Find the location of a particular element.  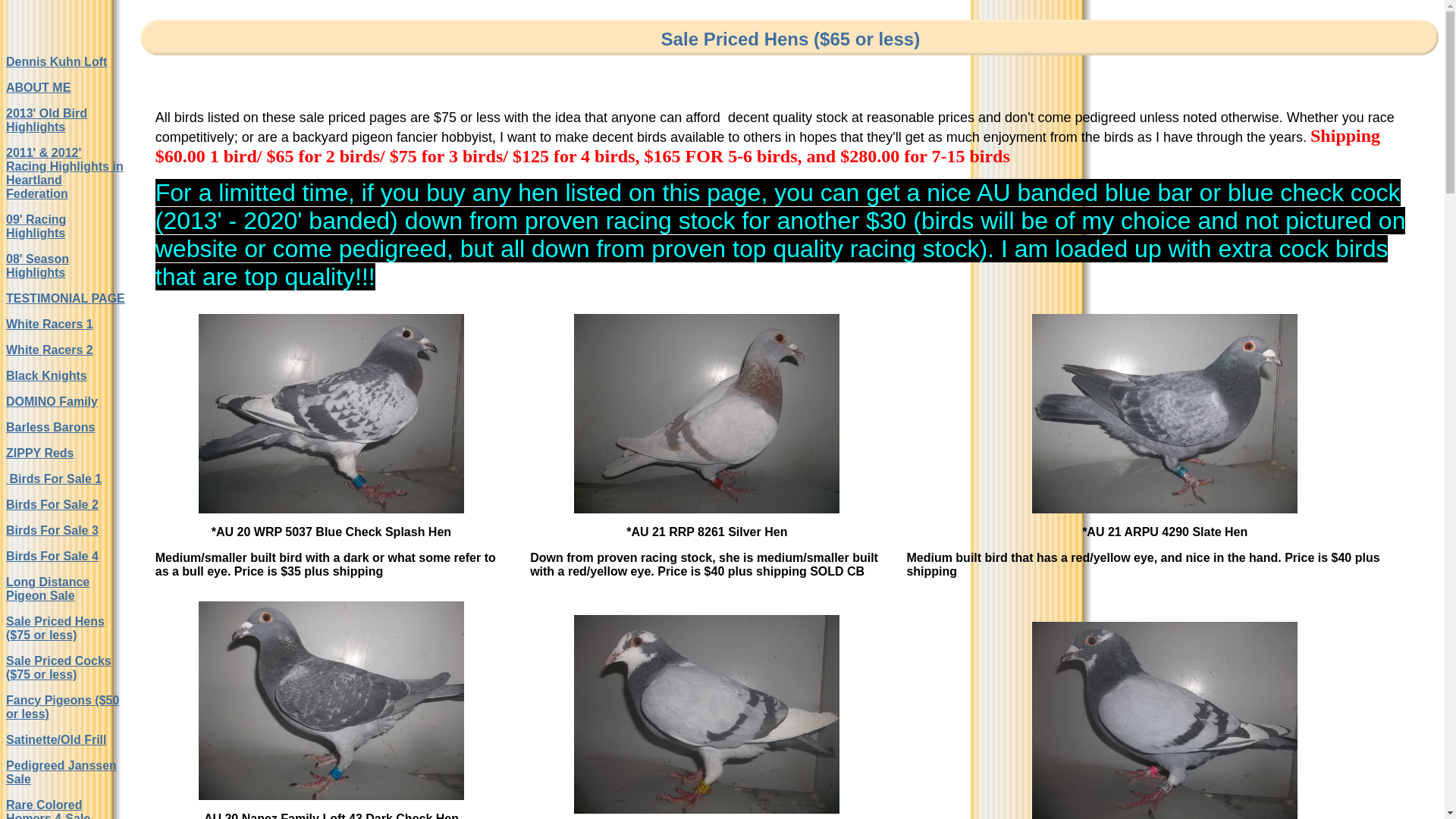

'Long Distance Pigeon Sale' is located at coordinates (47, 588).